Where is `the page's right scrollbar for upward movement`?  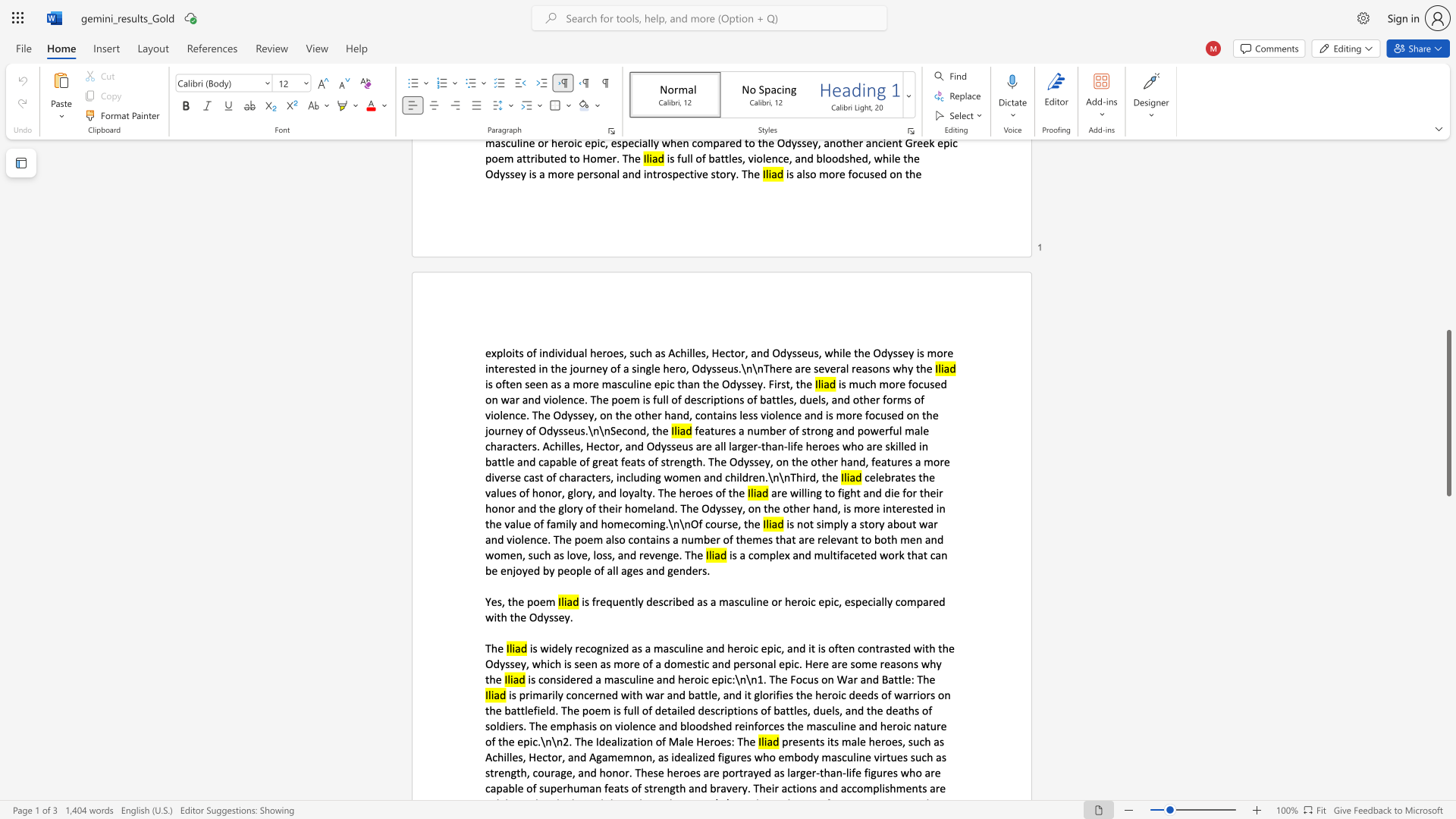 the page's right scrollbar for upward movement is located at coordinates (1448, 303).